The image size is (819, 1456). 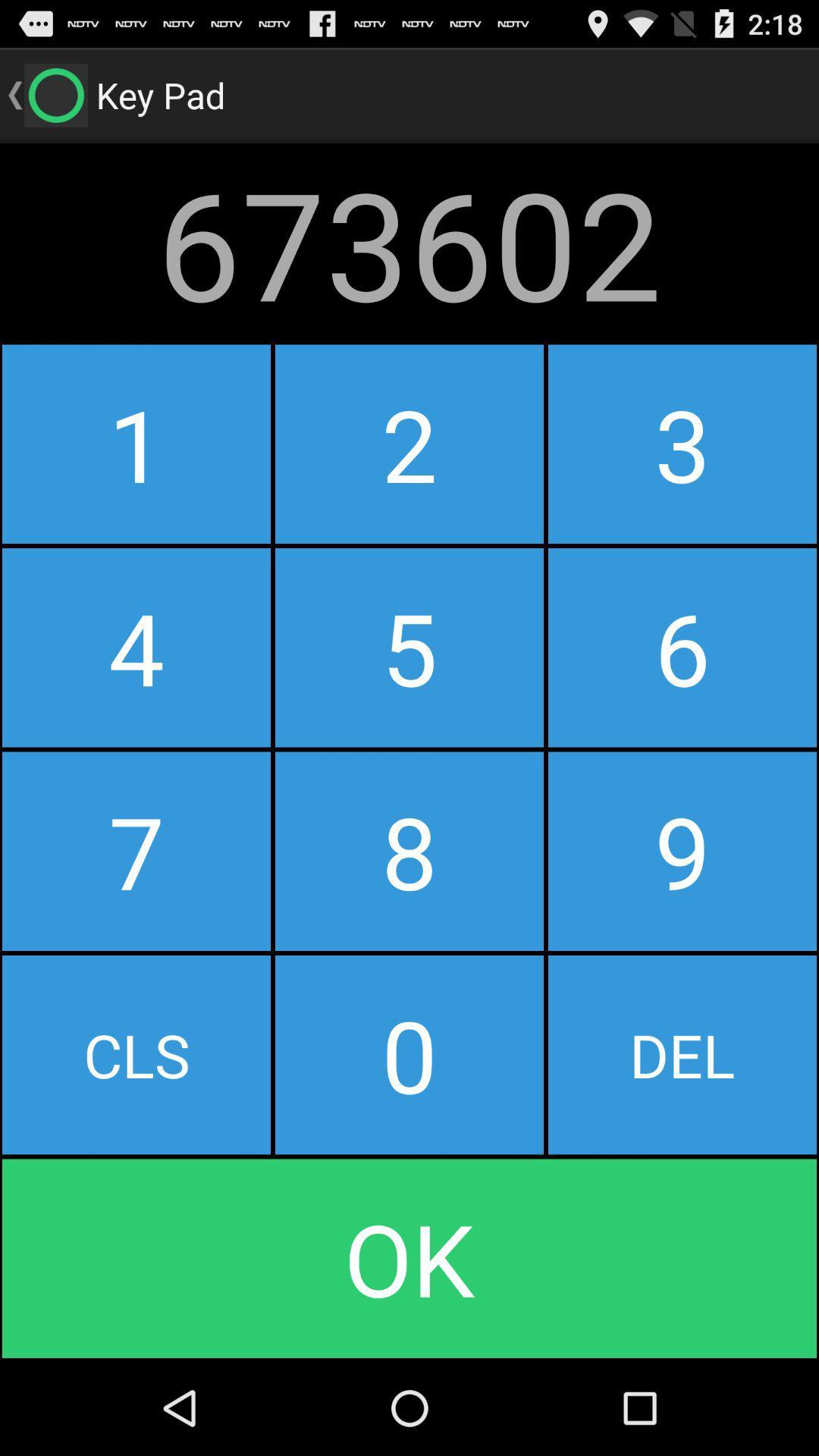 What do you see at coordinates (136, 648) in the screenshot?
I see `icon below the 1` at bounding box center [136, 648].